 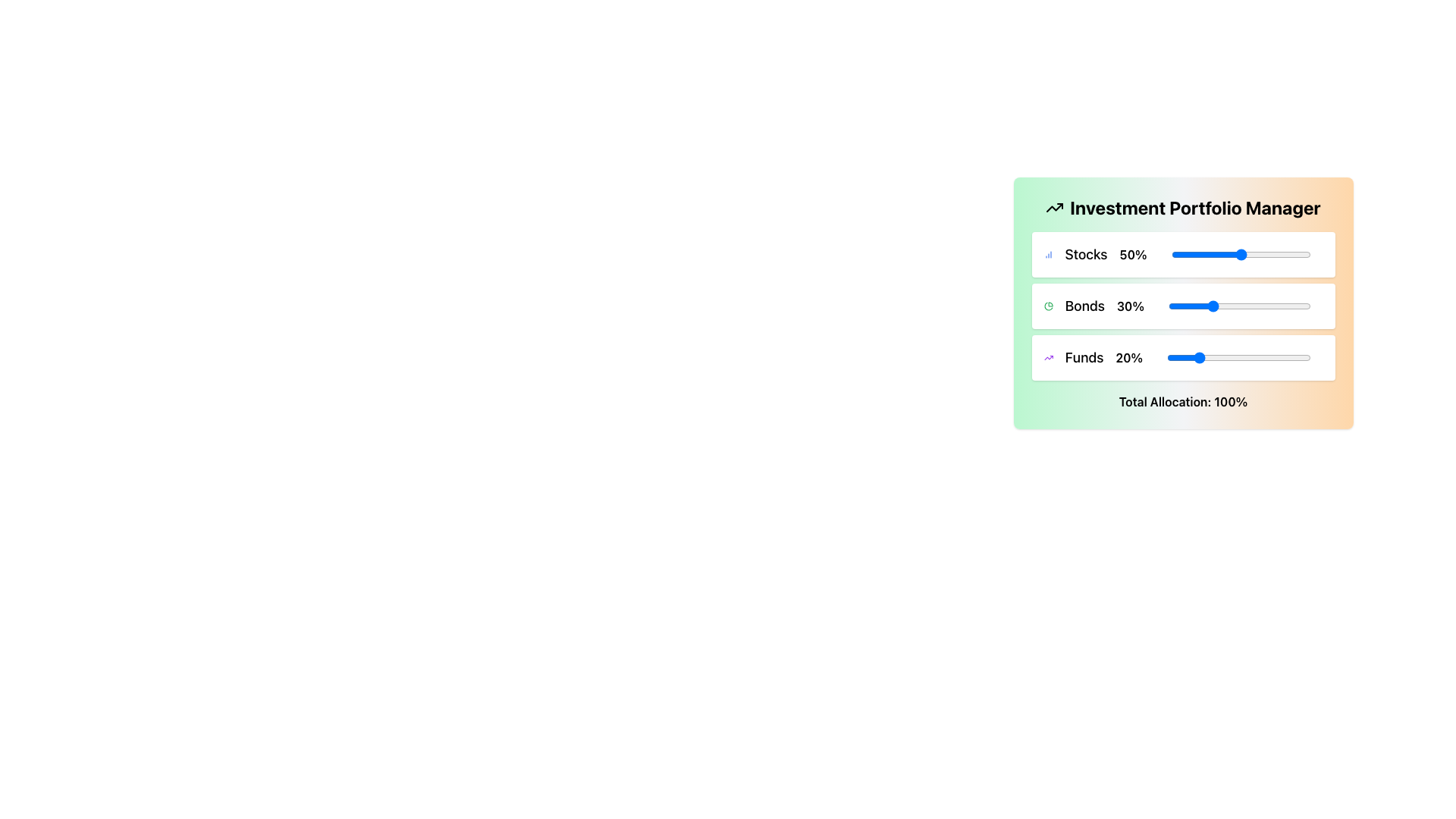 I want to click on the 'Bonds' allocation, so click(x=1268, y=306).